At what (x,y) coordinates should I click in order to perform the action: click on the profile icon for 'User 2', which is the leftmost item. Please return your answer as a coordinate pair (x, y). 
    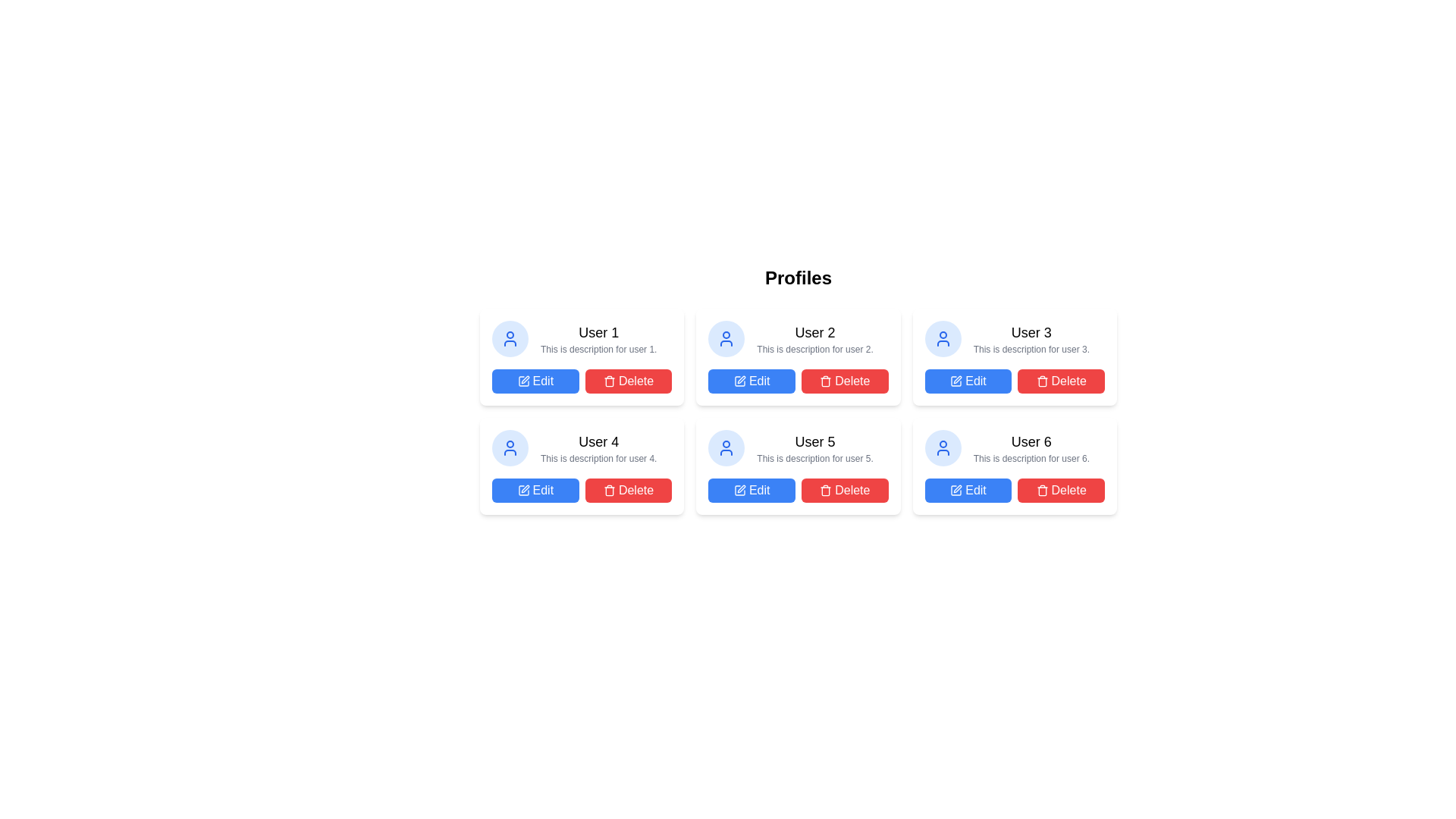
    Looking at the image, I should click on (726, 338).